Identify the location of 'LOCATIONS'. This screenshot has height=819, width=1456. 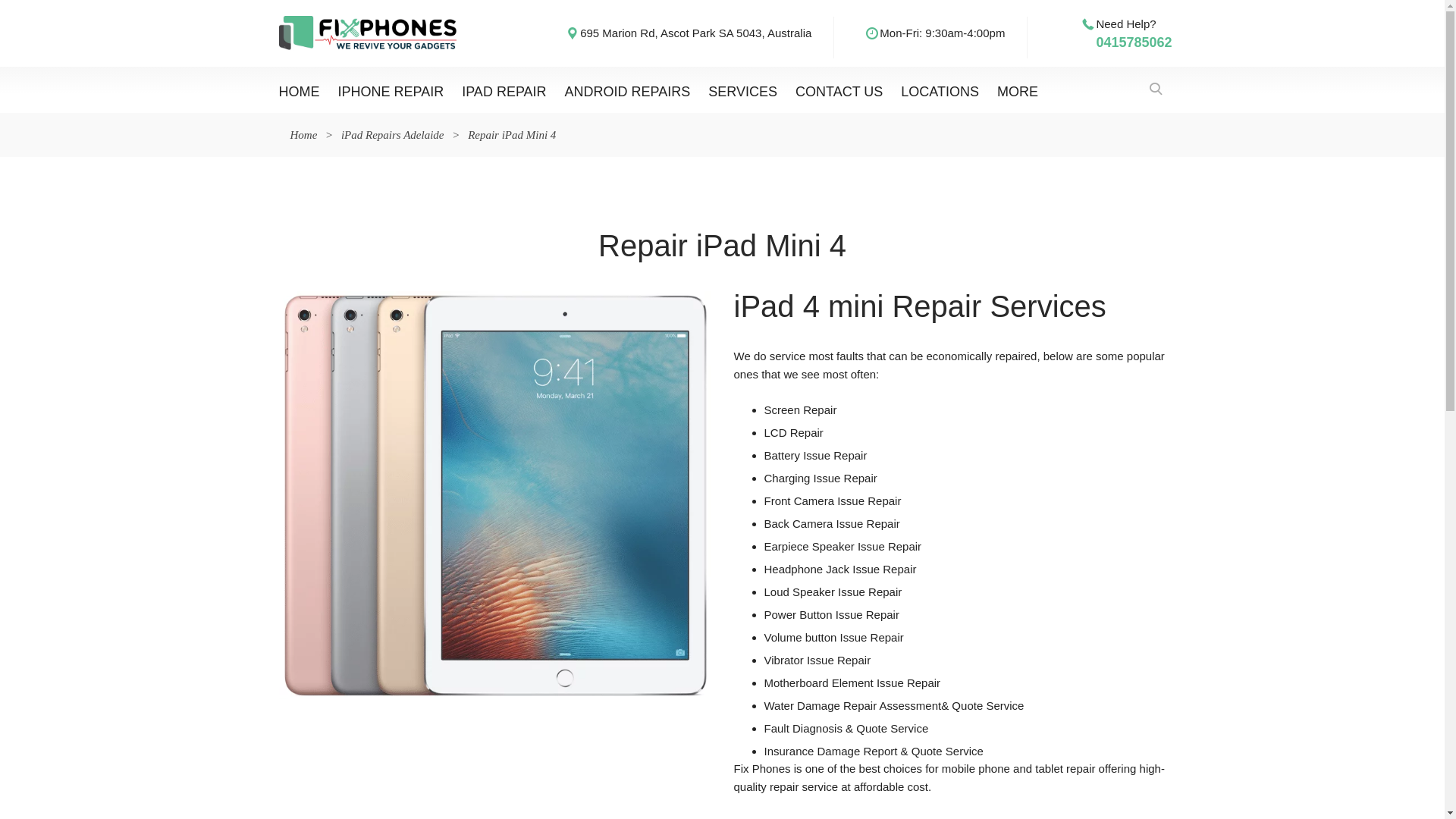
(901, 89).